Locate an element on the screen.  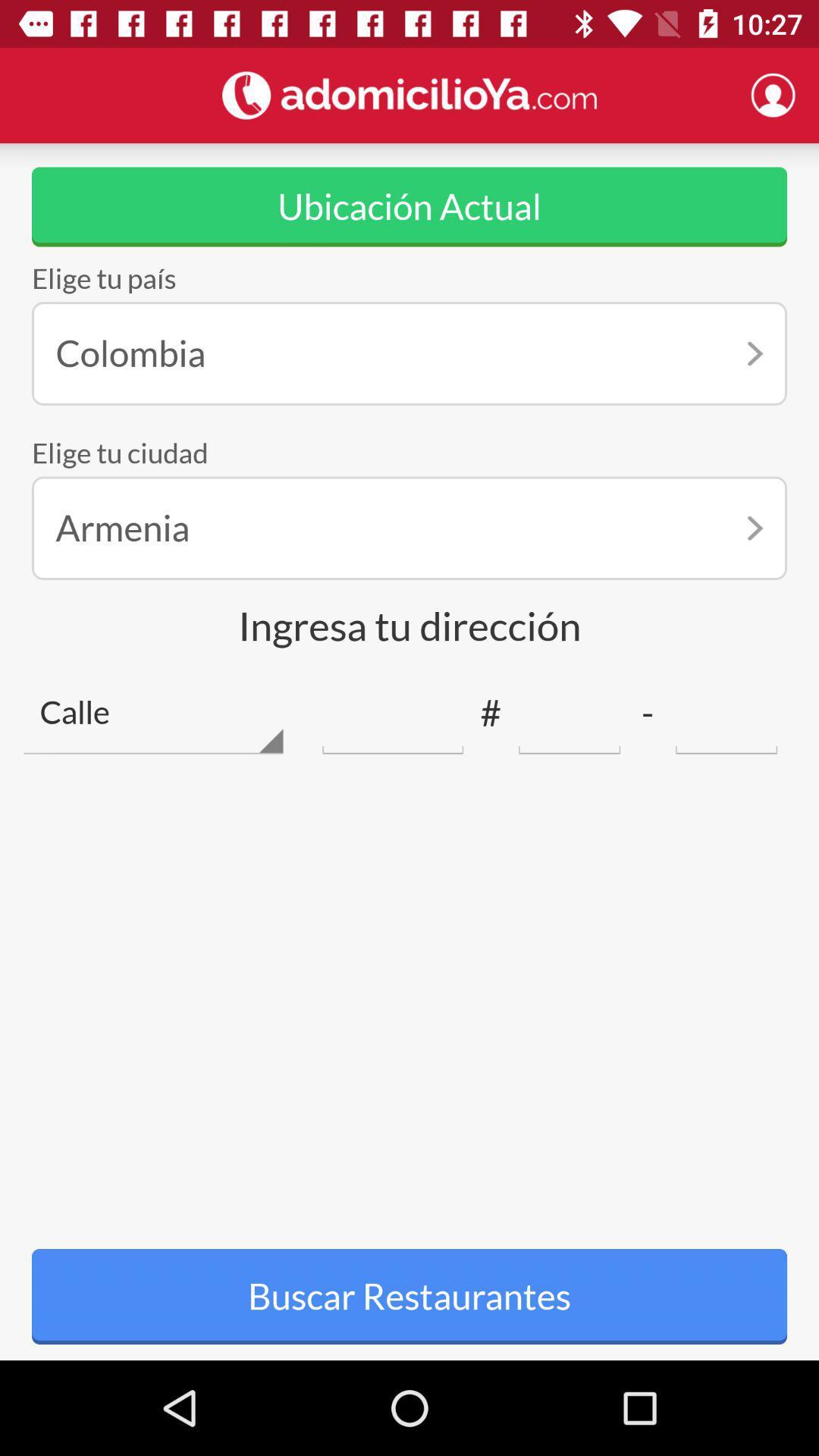
telephone number is located at coordinates (570, 712).